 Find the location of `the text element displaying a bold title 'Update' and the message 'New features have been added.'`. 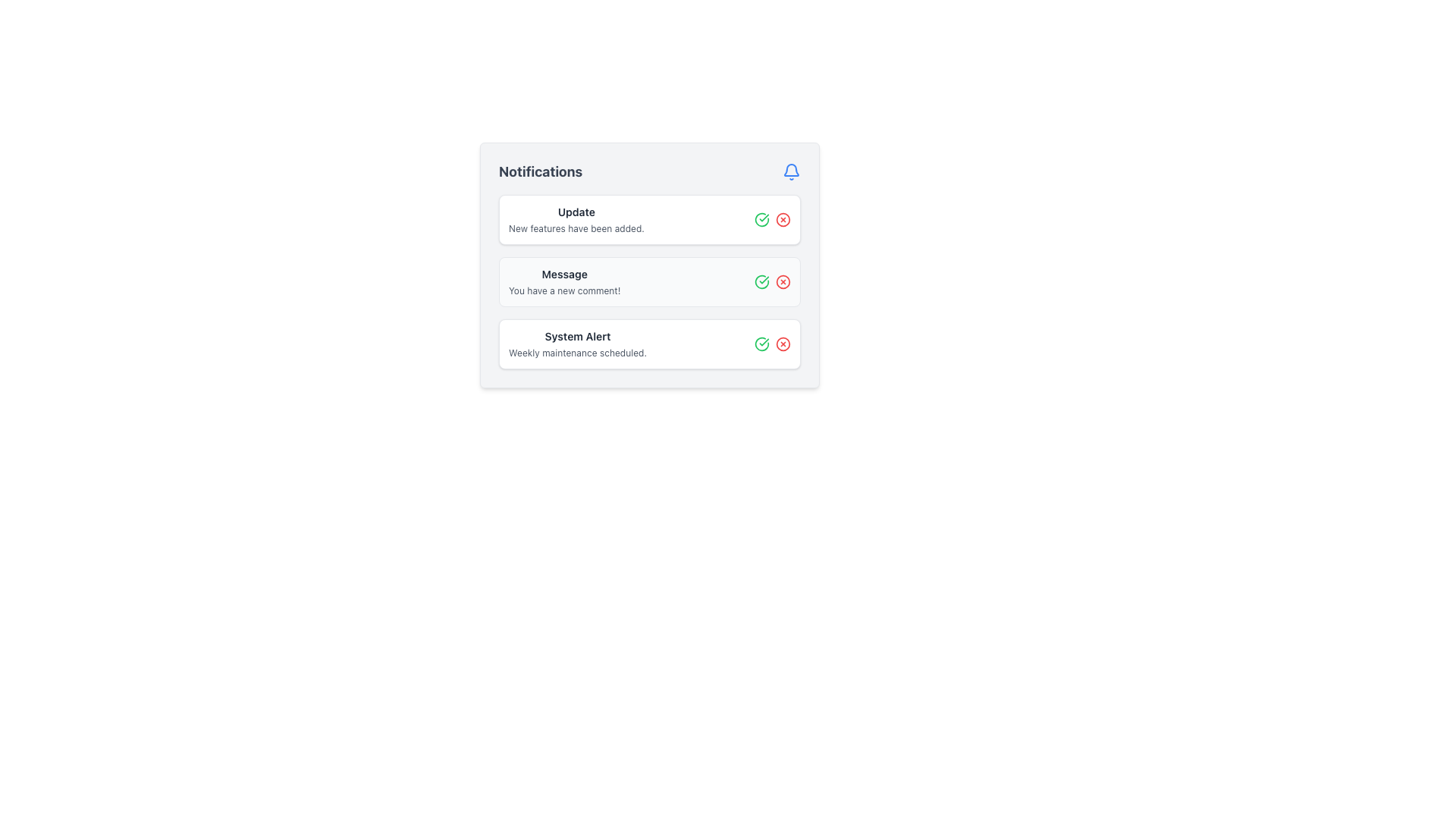

the text element displaying a bold title 'Update' and the message 'New features have been added.' is located at coordinates (576, 219).